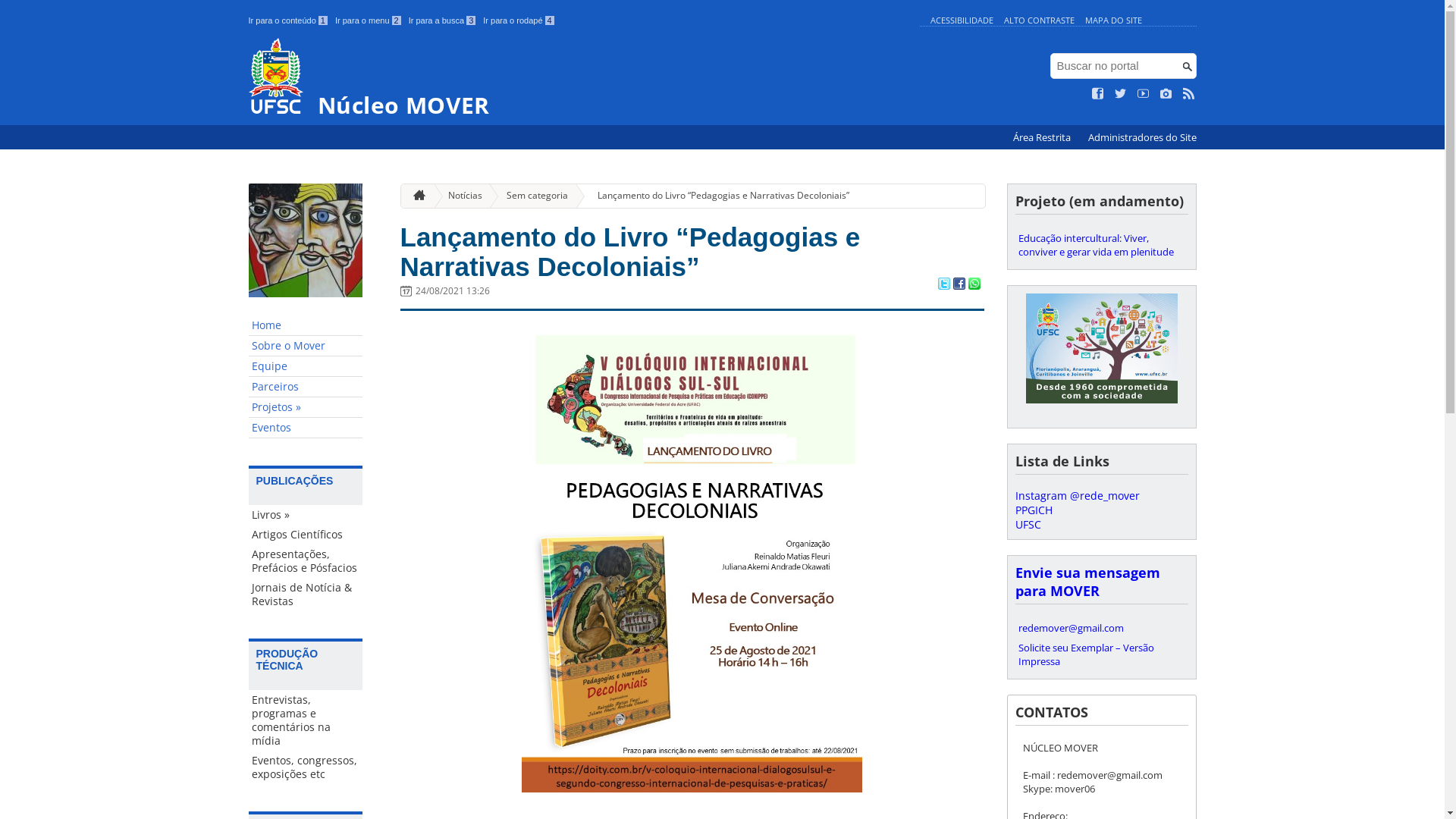  What do you see at coordinates (1112, 20) in the screenshot?
I see `'MAPA DO SITE'` at bounding box center [1112, 20].